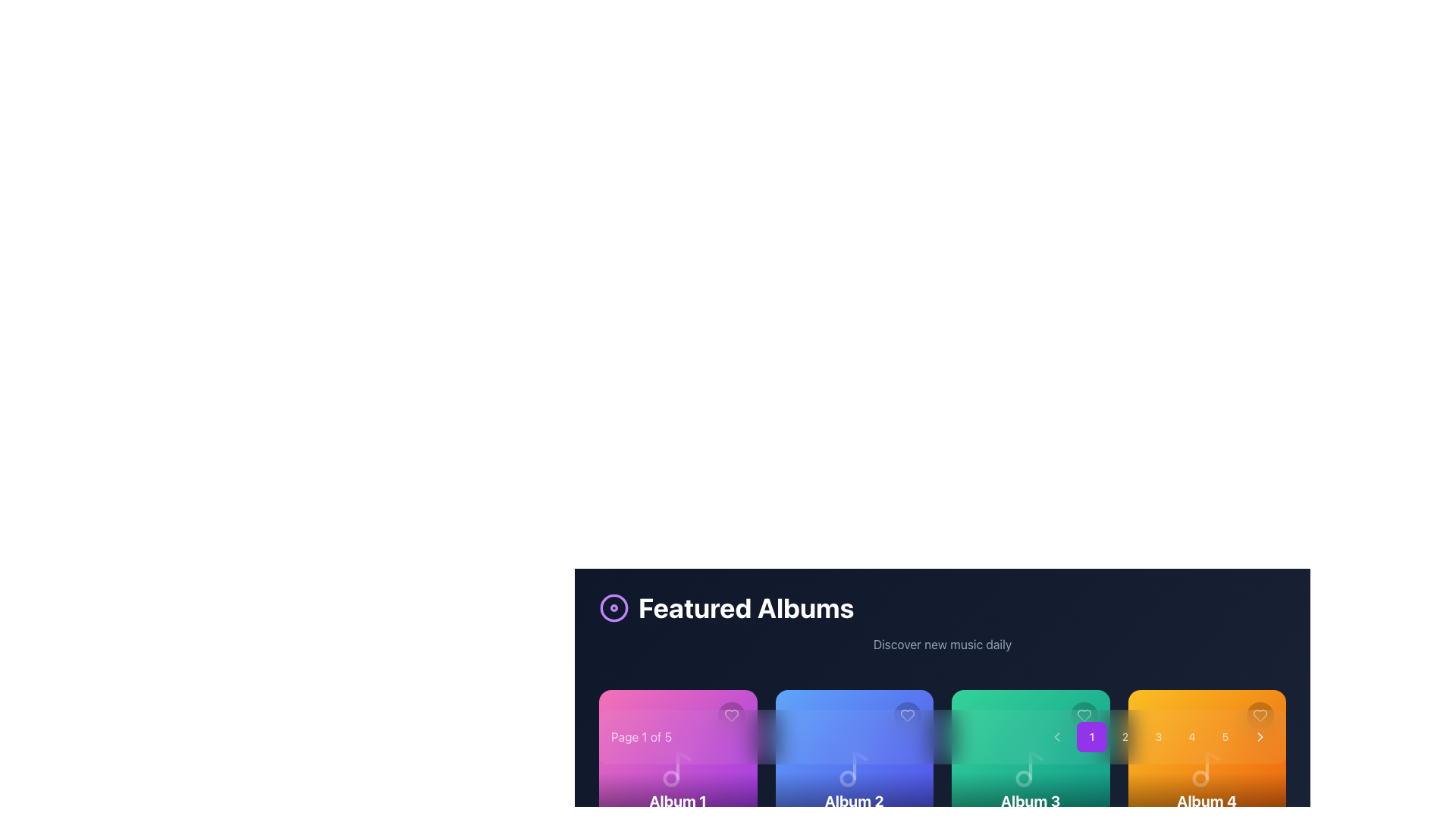 This screenshot has width=1456, height=819. I want to click on the vertical straight line styled as a musical note's stem located on the purple background of the 'Album 1' card in the bottom-left corner, so click(682, 765).